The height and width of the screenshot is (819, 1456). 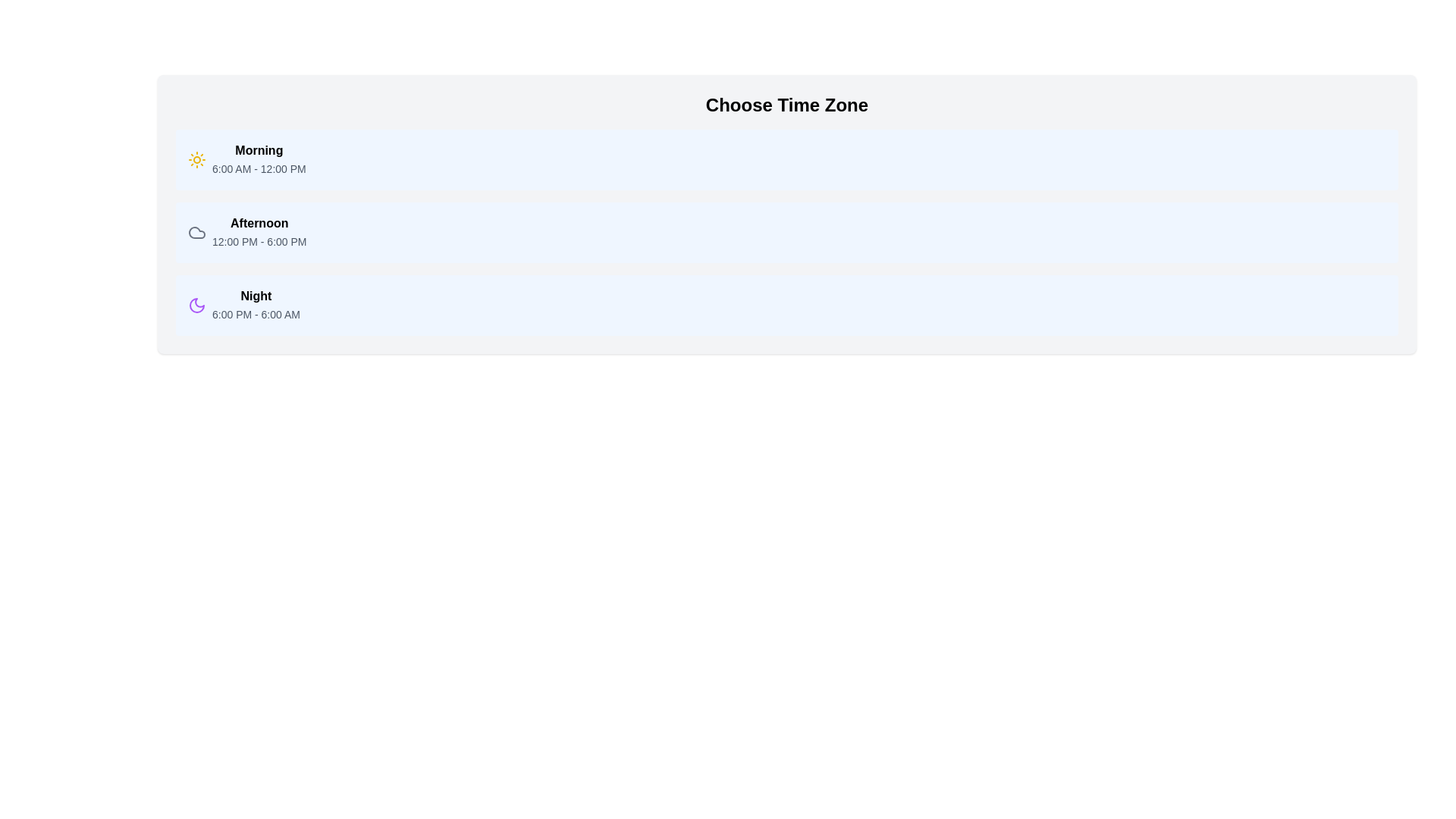 I want to click on the Text Label that clarifies the time range for 'Morning', positioned directly below the 'Morning' label and aligned with the morning icon, so click(x=259, y=169).